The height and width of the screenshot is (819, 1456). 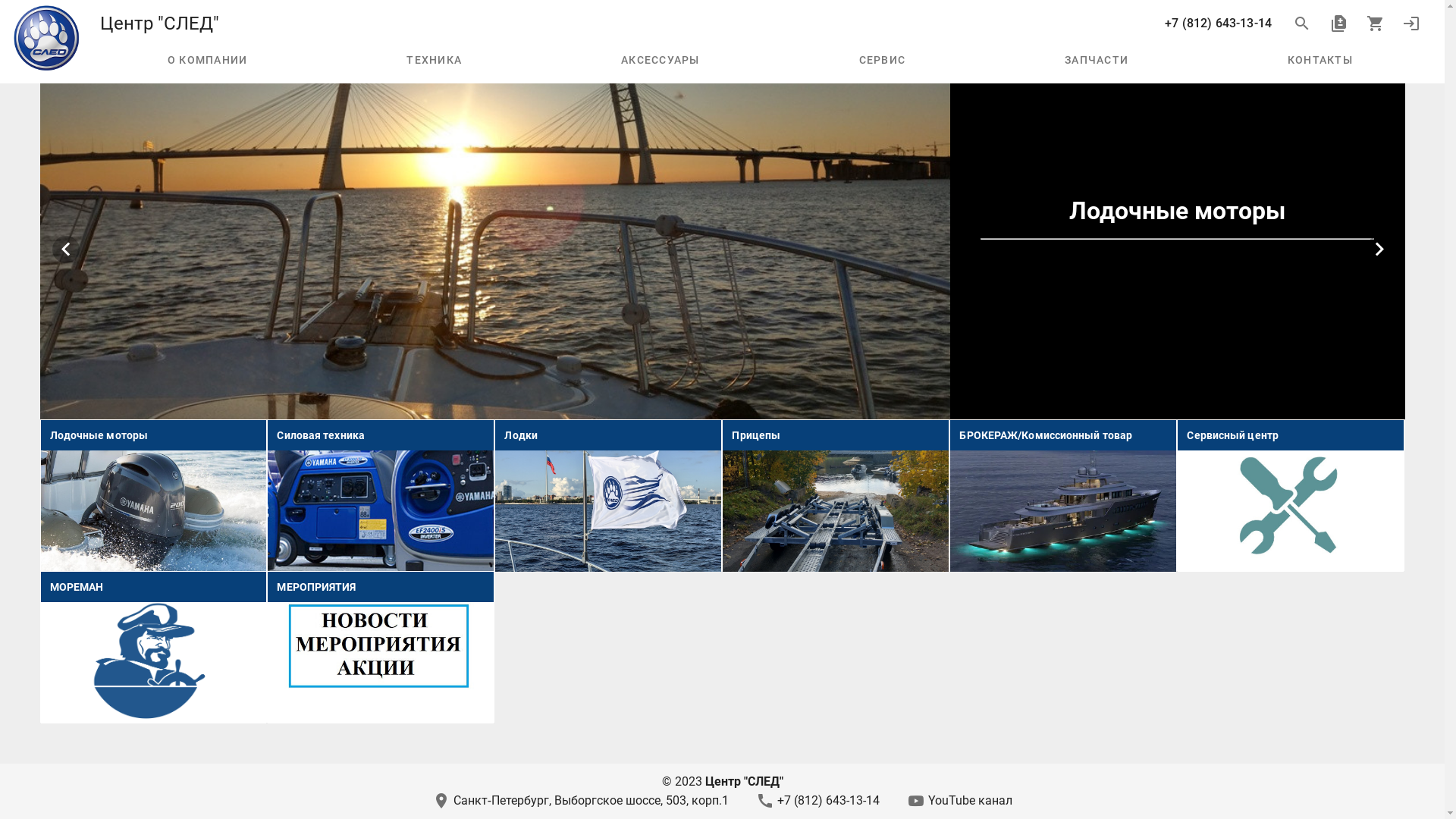 I want to click on 'login', so click(x=1410, y=23).